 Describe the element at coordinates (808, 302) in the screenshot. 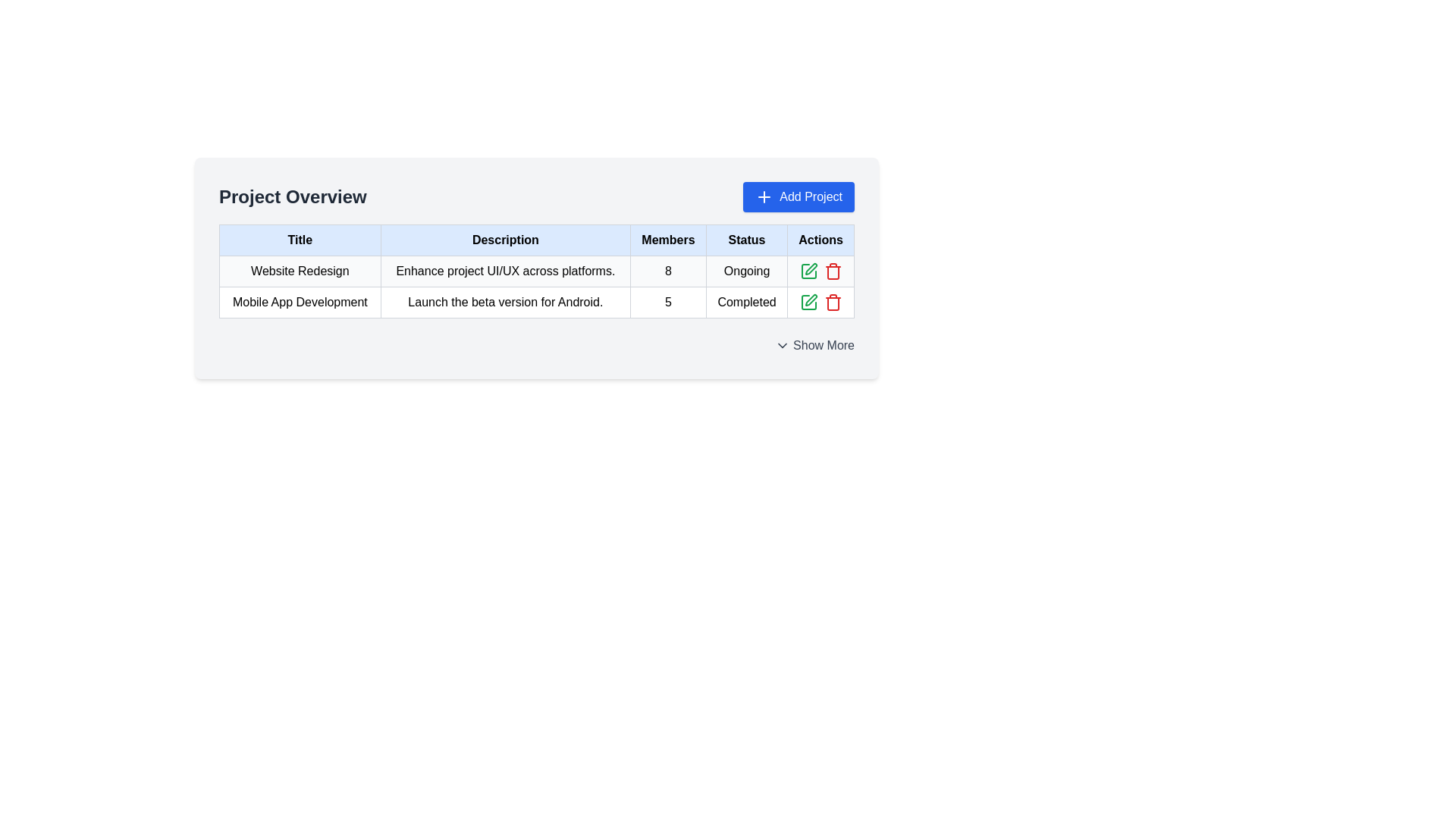

I see `the hollow square edit icon in the 'Actions' column of the 'Project Overview' table, specifically in the 'Mobile App Development' row` at that location.